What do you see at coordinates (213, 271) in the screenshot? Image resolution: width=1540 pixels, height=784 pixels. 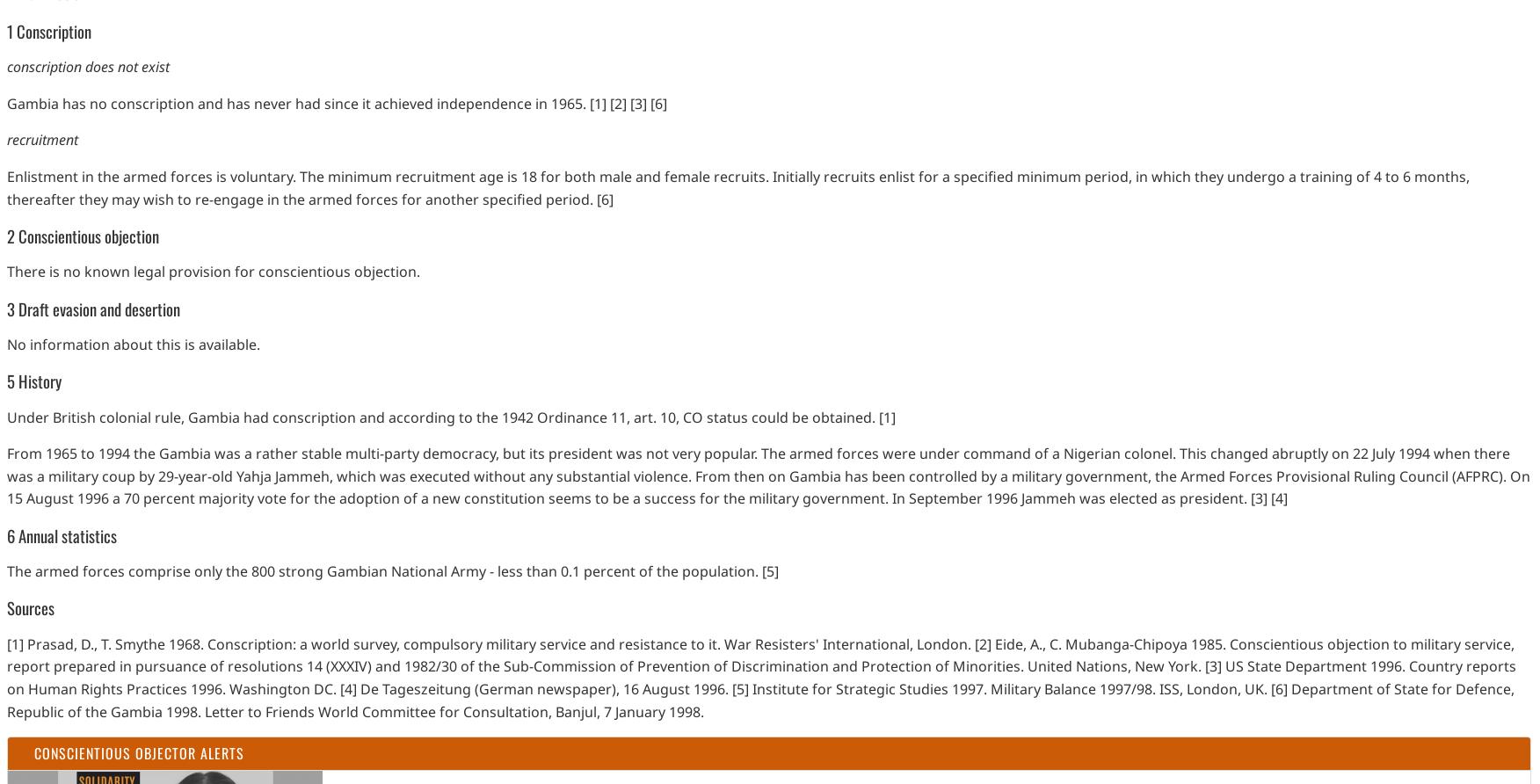 I see `'There is no known legal provision for conscientious objection.'` at bounding box center [213, 271].